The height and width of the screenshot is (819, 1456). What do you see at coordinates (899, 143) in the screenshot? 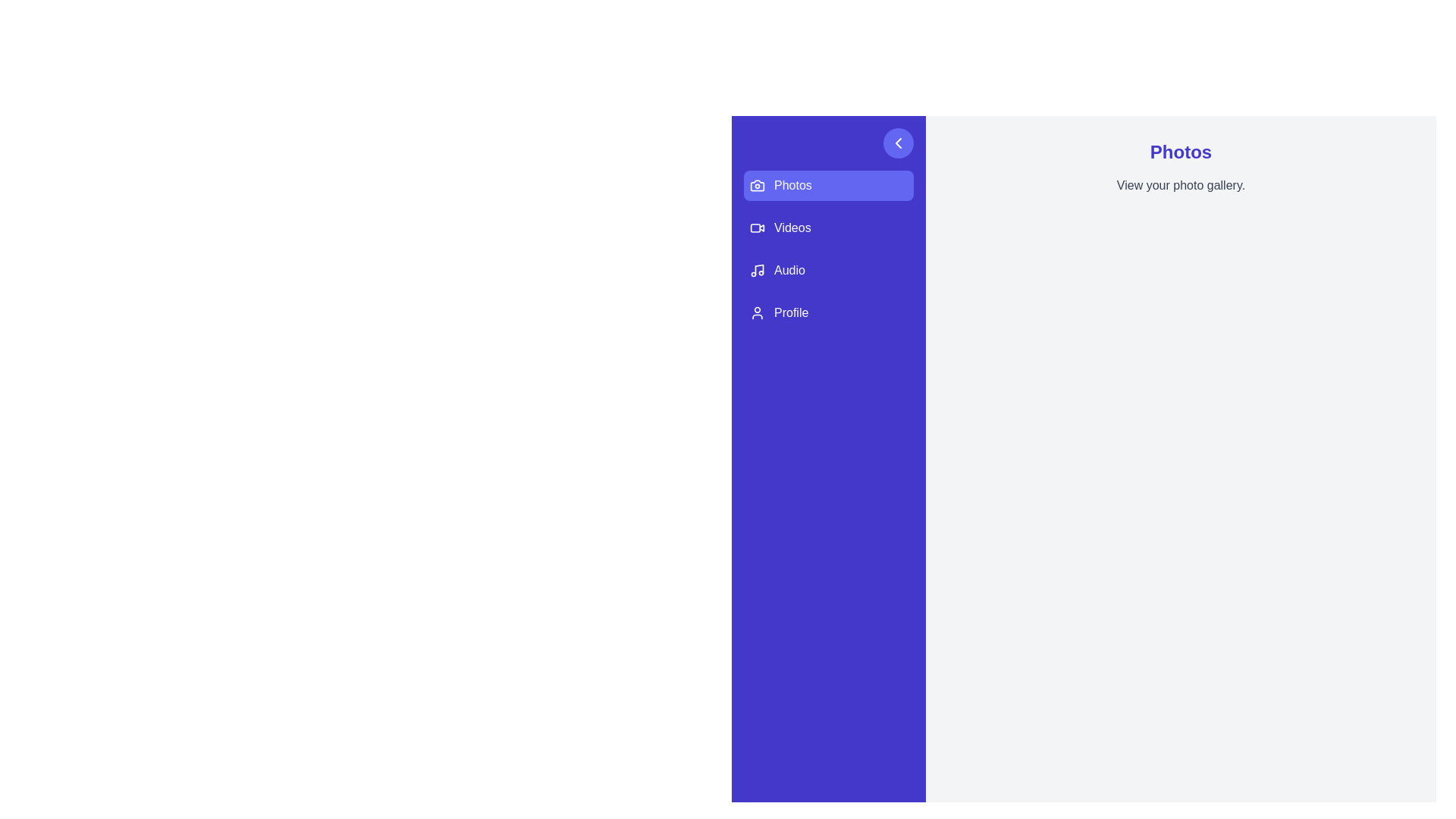
I see `the button located at the top-right corner of the vertical menu panel, which is used to collapse or close the menu` at bounding box center [899, 143].